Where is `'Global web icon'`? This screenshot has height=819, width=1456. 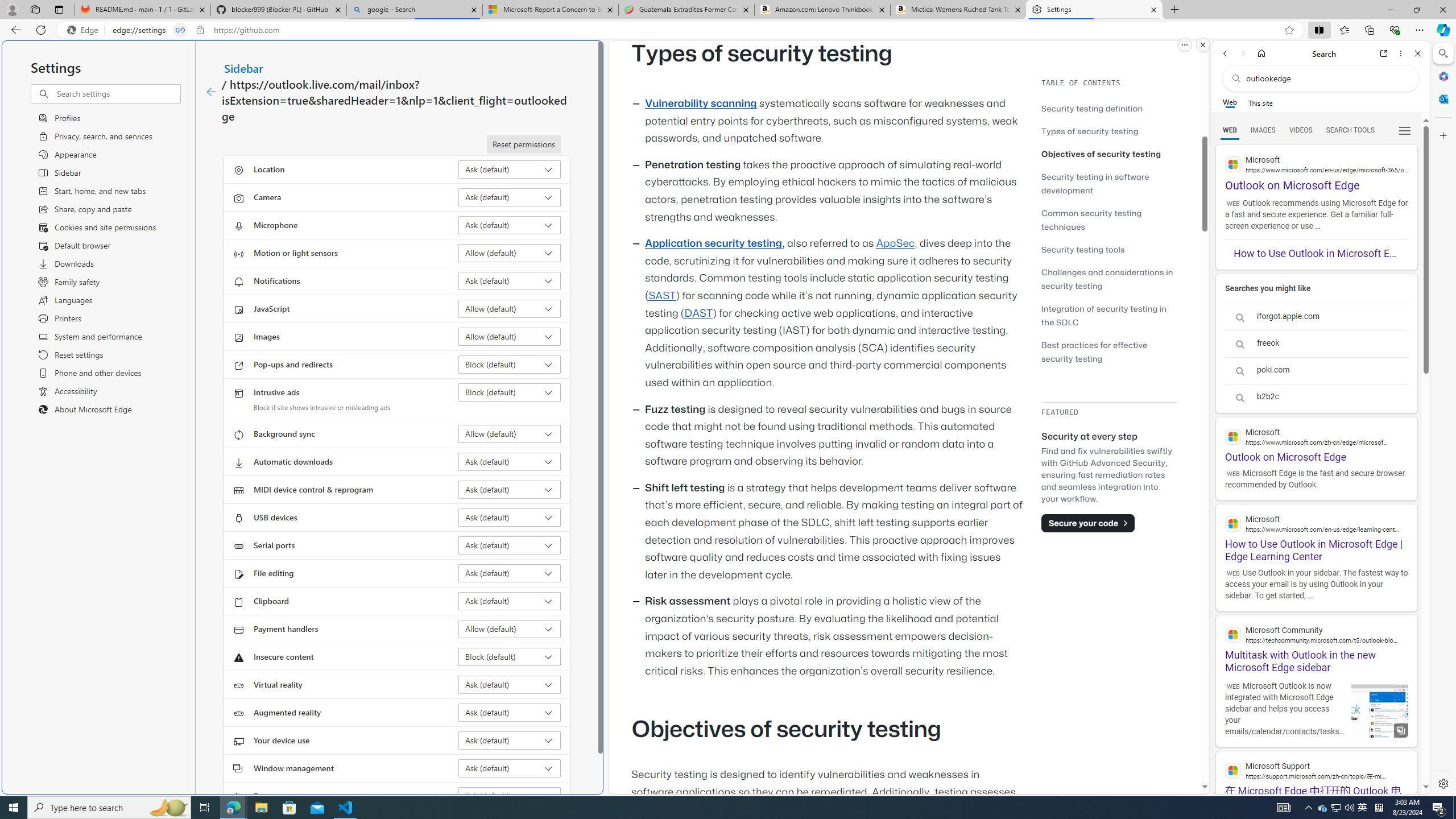 'Global web icon' is located at coordinates (1233, 771).